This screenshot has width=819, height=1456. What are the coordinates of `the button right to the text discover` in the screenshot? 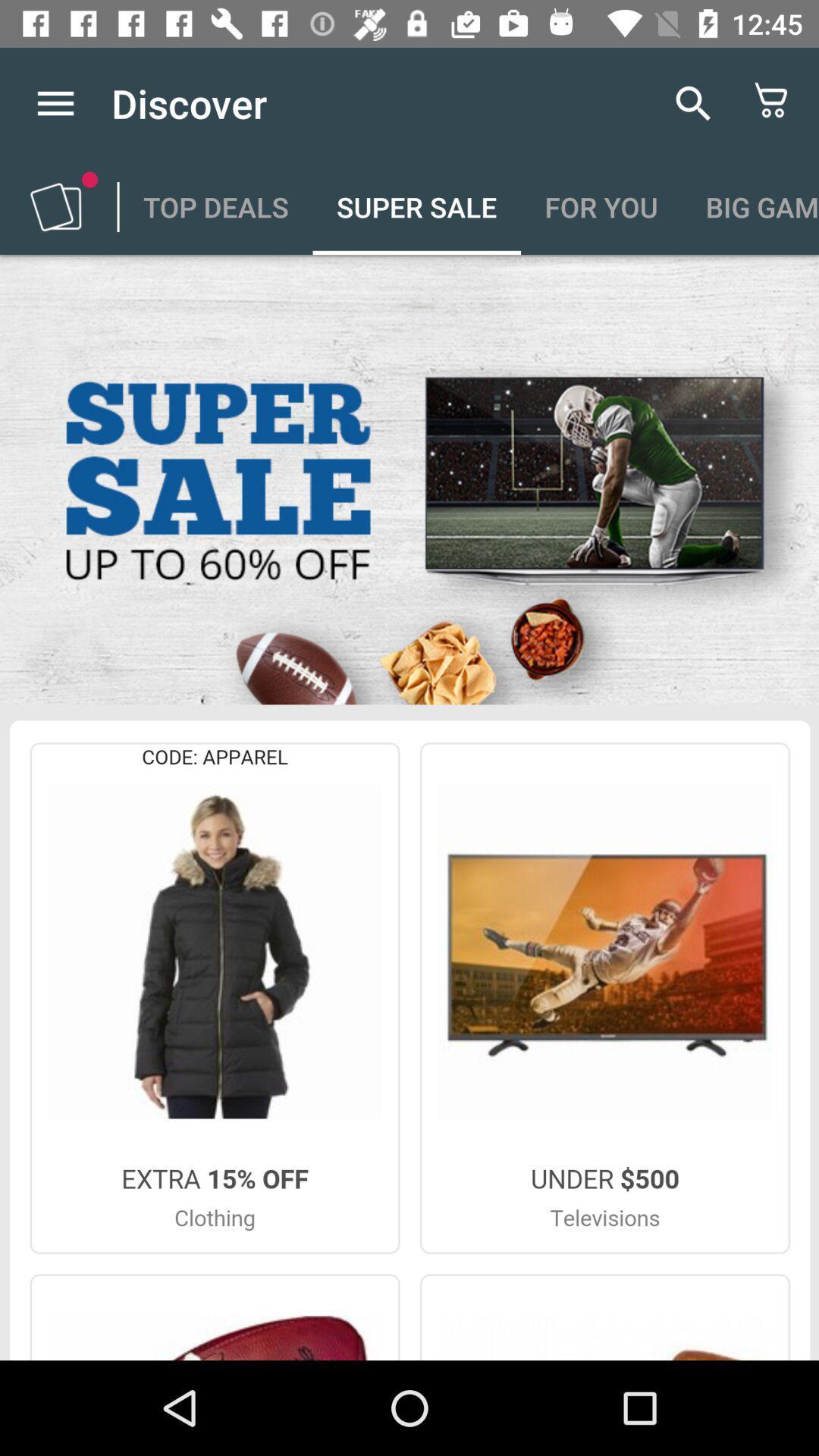 It's located at (693, 102).